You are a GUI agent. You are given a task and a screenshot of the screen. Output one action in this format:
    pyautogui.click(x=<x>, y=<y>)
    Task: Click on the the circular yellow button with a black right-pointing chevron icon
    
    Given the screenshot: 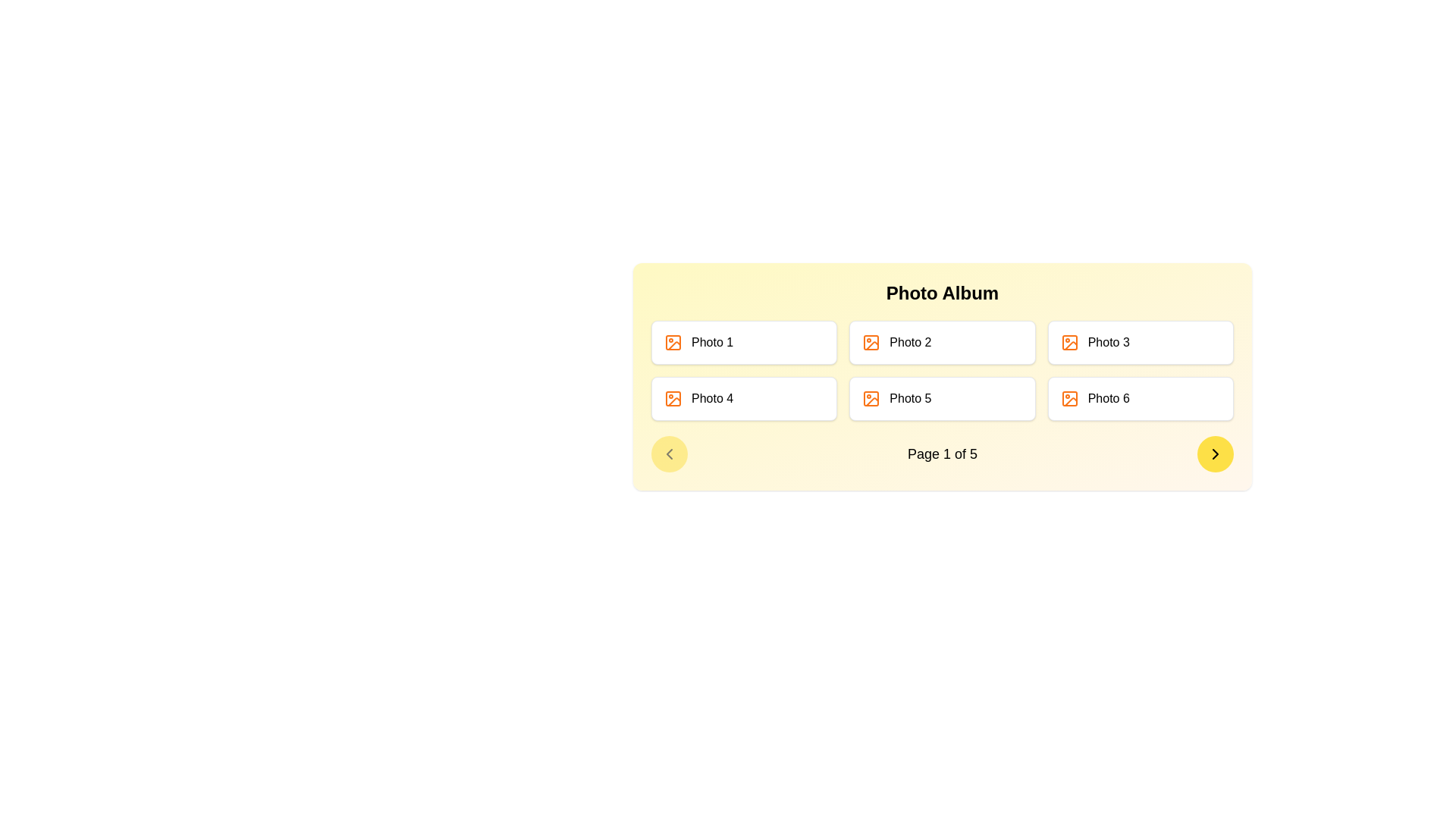 What is the action you would take?
    pyautogui.click(x=1216, y=453)
    